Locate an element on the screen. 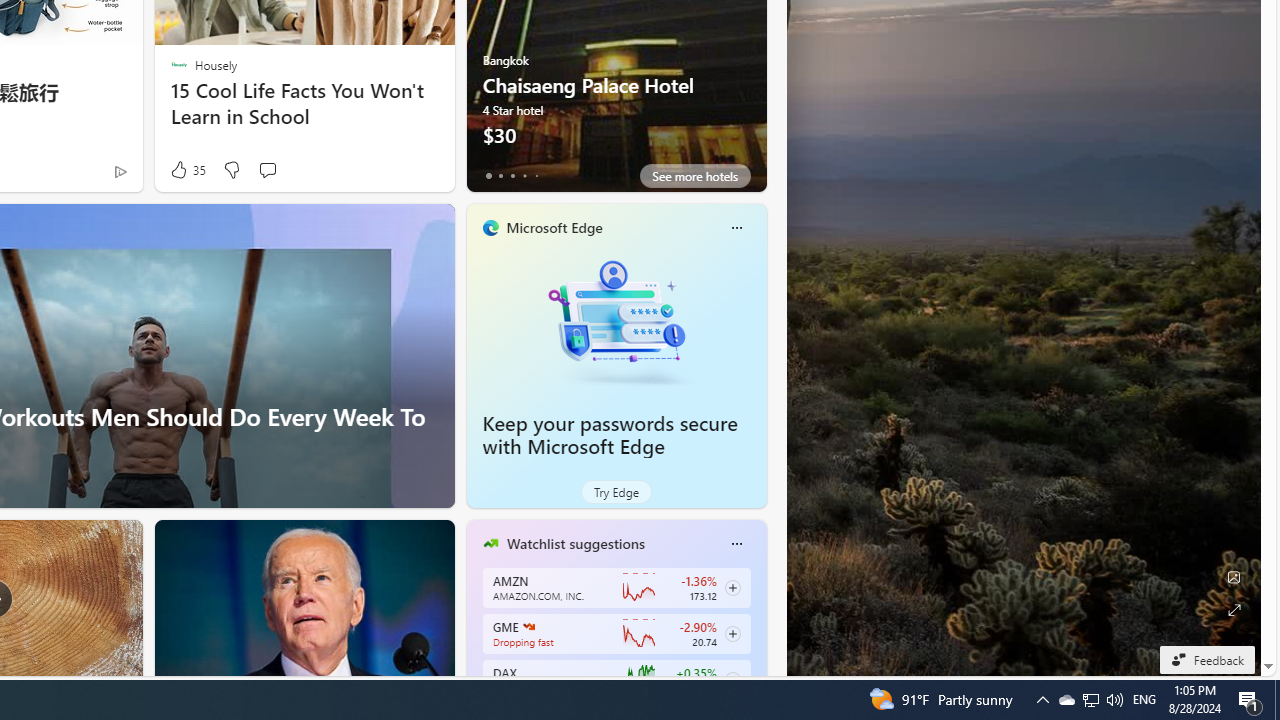  'tab-2' is located at coordinates (512, 175).